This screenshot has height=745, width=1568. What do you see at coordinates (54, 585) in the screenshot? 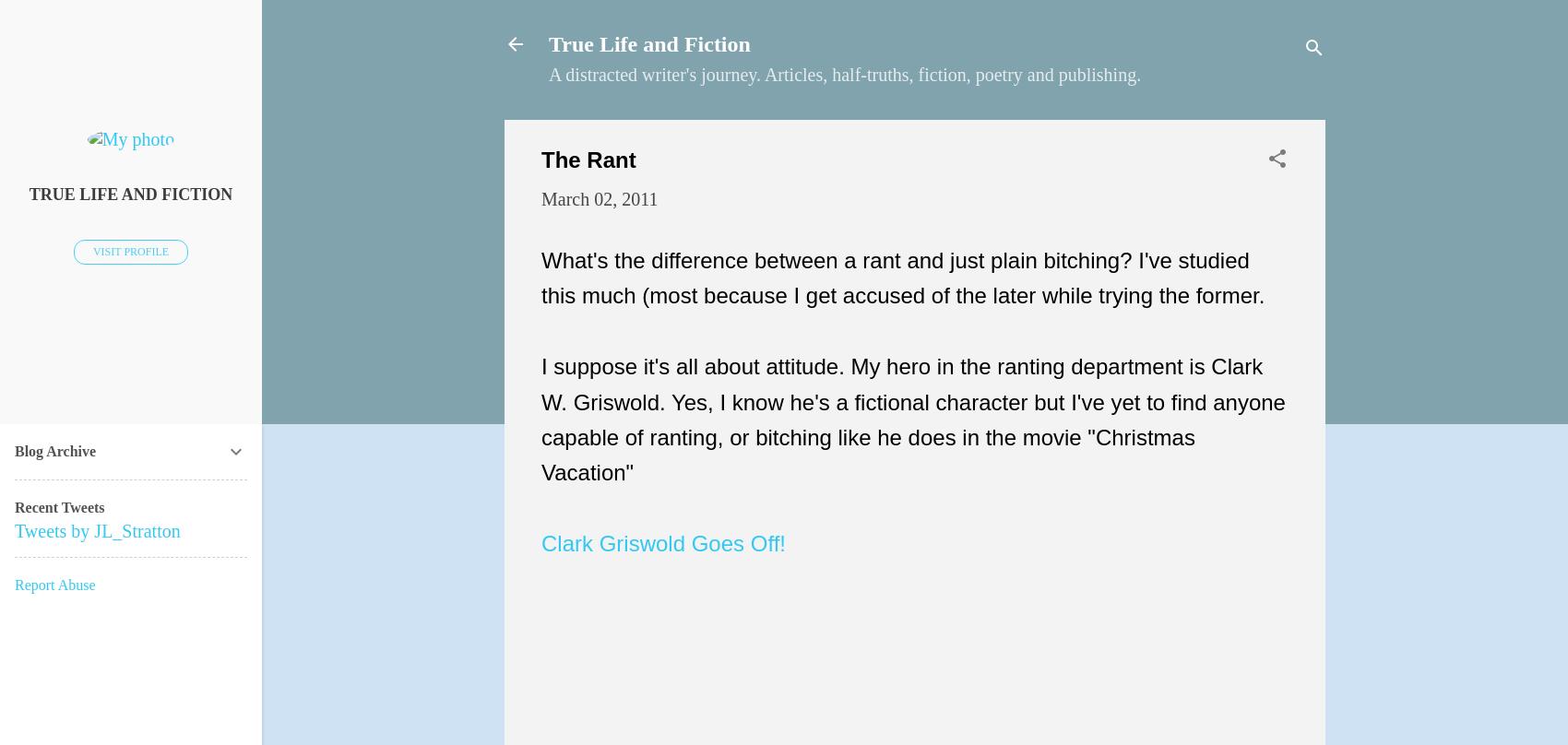
I see `'Report Abuse'` at bounding box center [54, 585].